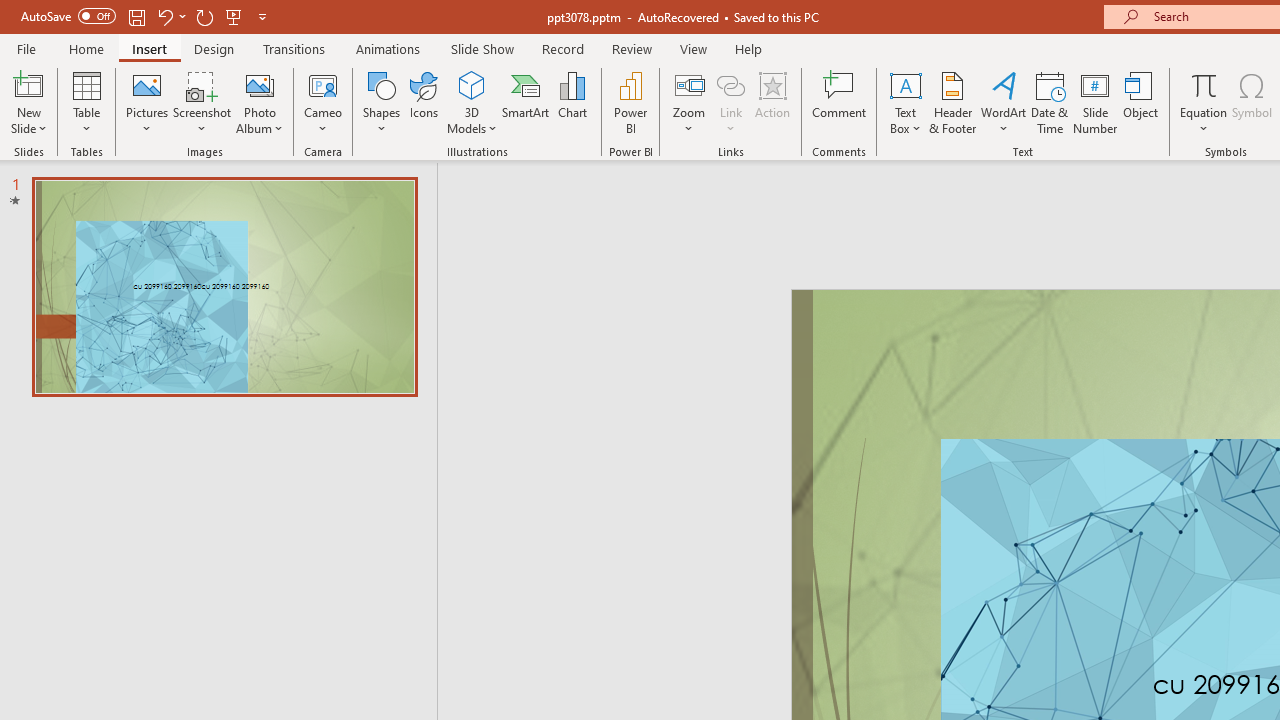 The height and width of the screenshot is (720, 1280). What do you see at coordinates (1251, 103) in the screenshot?
I see `'Symbol...'` at bounding box center [1251, 103].